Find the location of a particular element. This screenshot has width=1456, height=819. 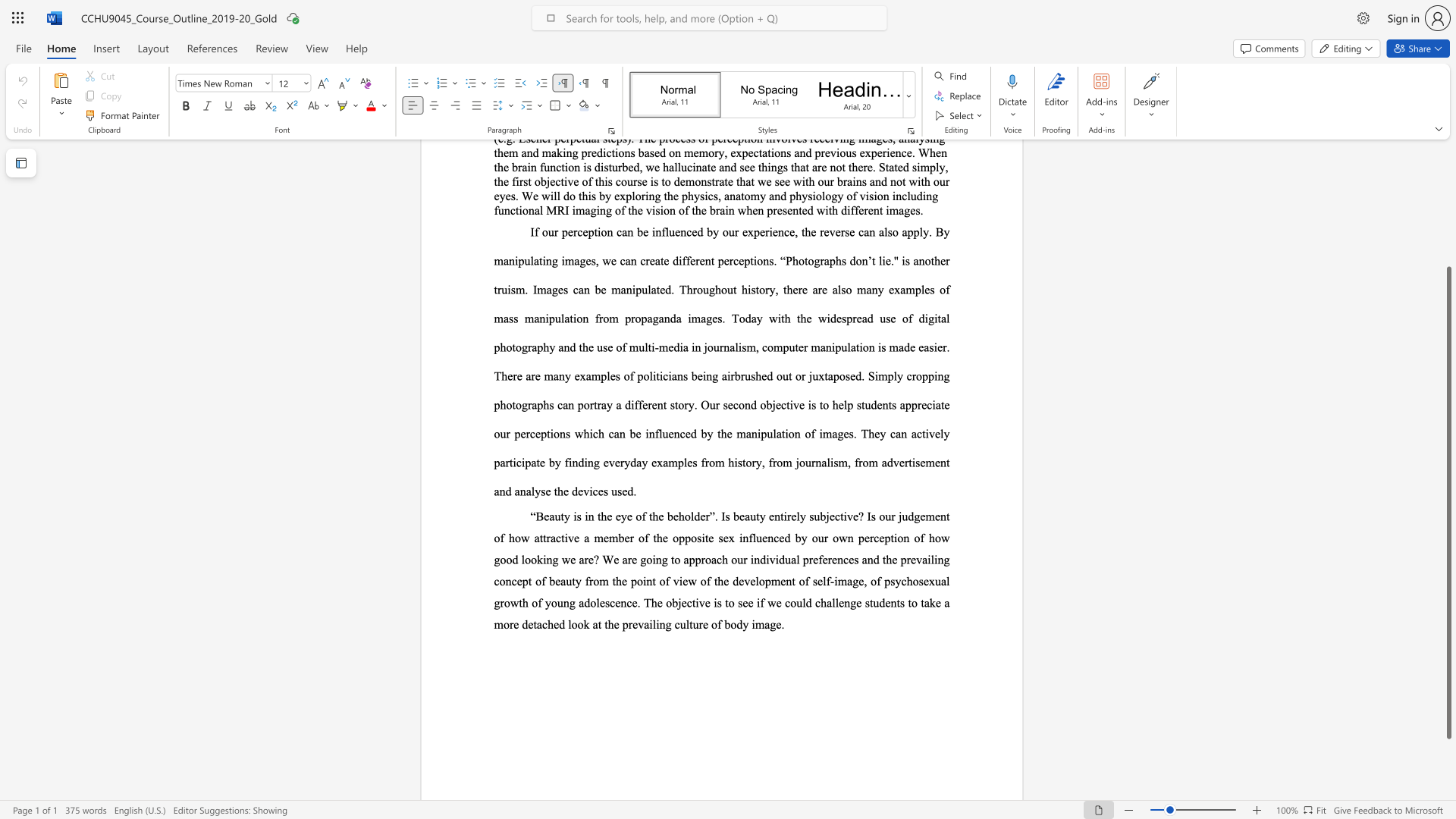

the scrollbar and move down 60 pixels is located at coordinates (1448, 503).